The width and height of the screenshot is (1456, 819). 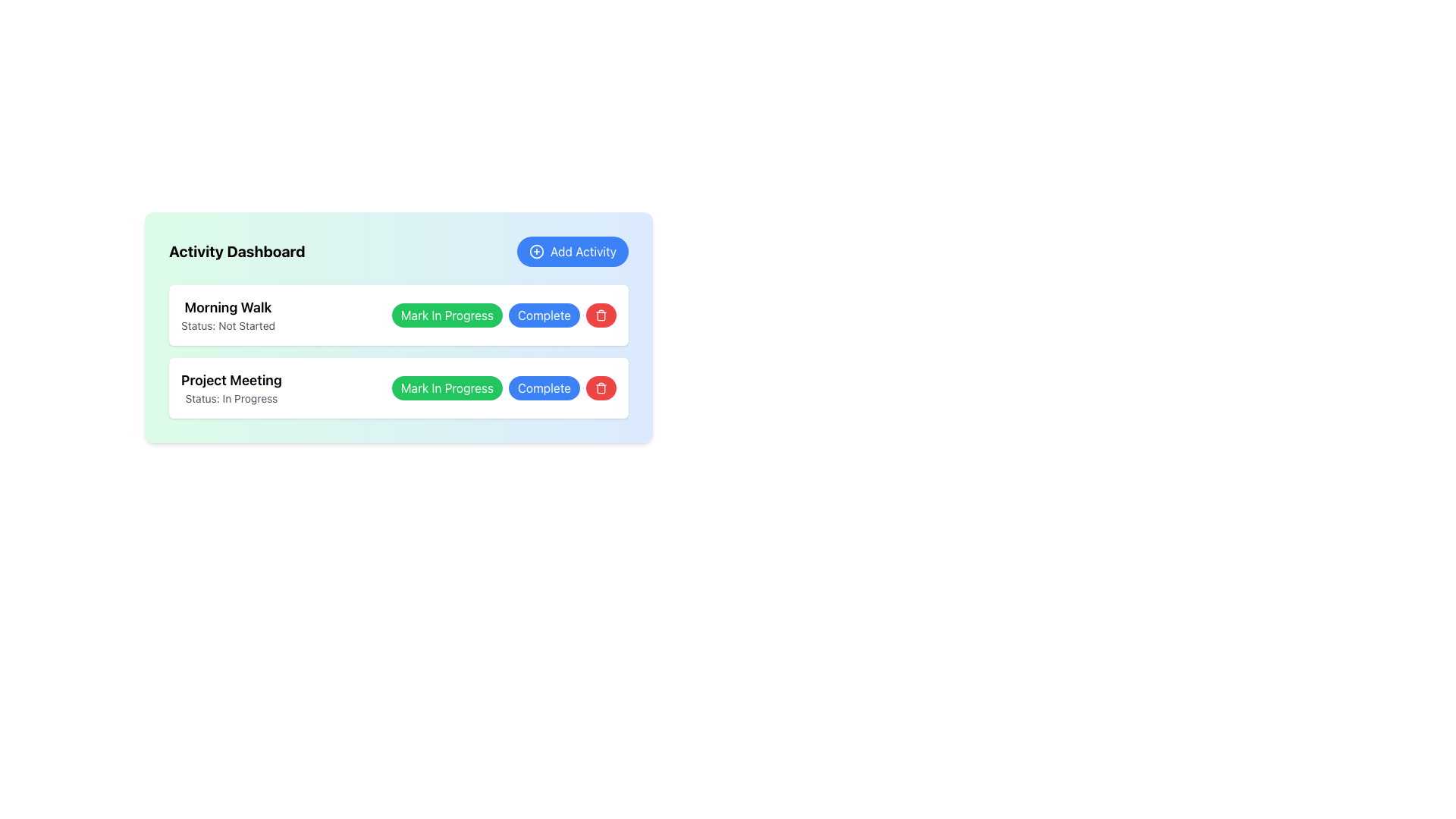 What do you see at coordinates (446, 315) in the screenshot?
I see `the green button labeled 'Mark In Progress'` at bounding box center [446, 315].